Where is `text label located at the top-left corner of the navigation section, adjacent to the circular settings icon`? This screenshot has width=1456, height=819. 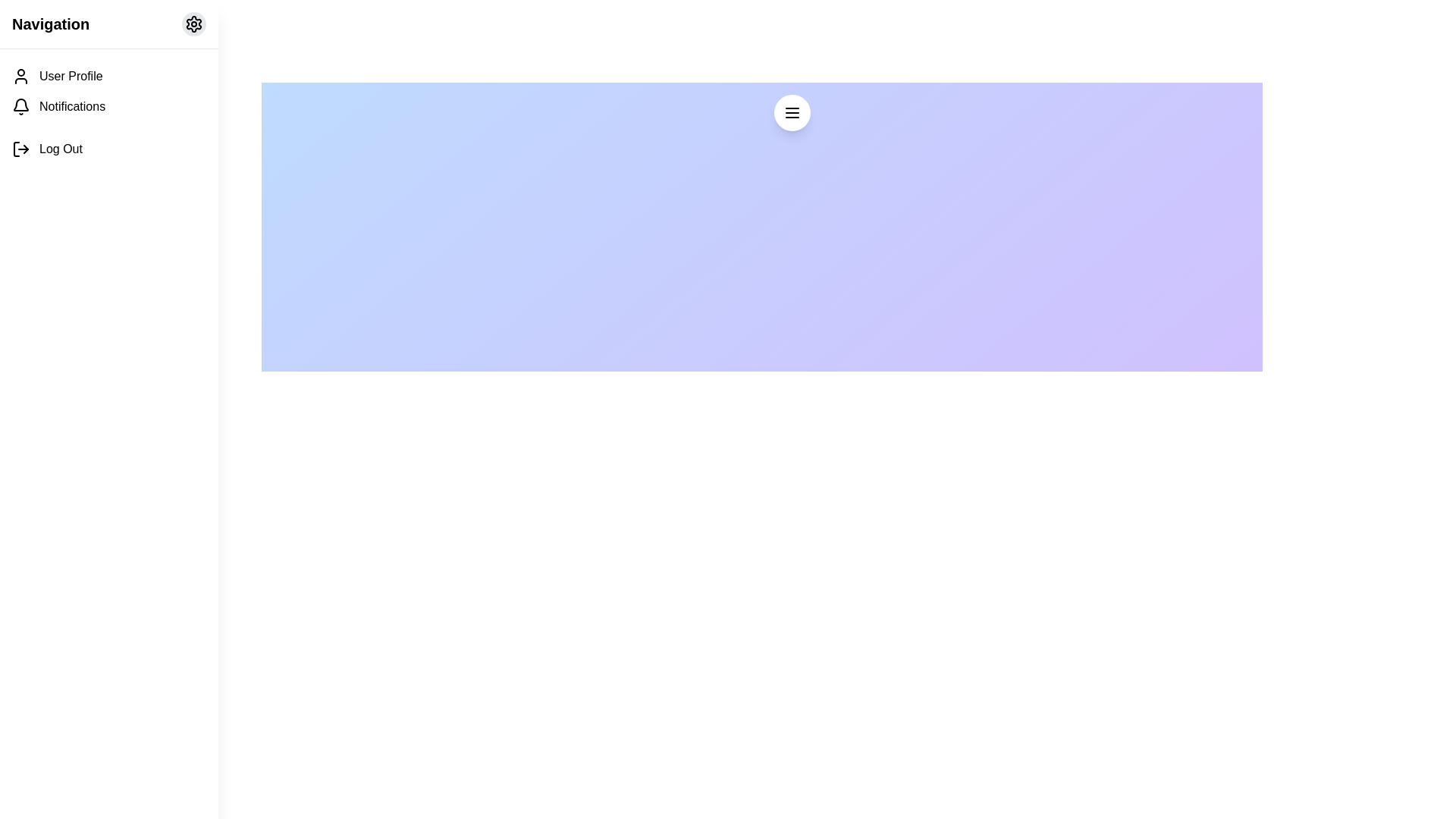 text label located at the top-left corner of the navigation section, adjacent to the circular settings icon is located at coordinates (51, 24).